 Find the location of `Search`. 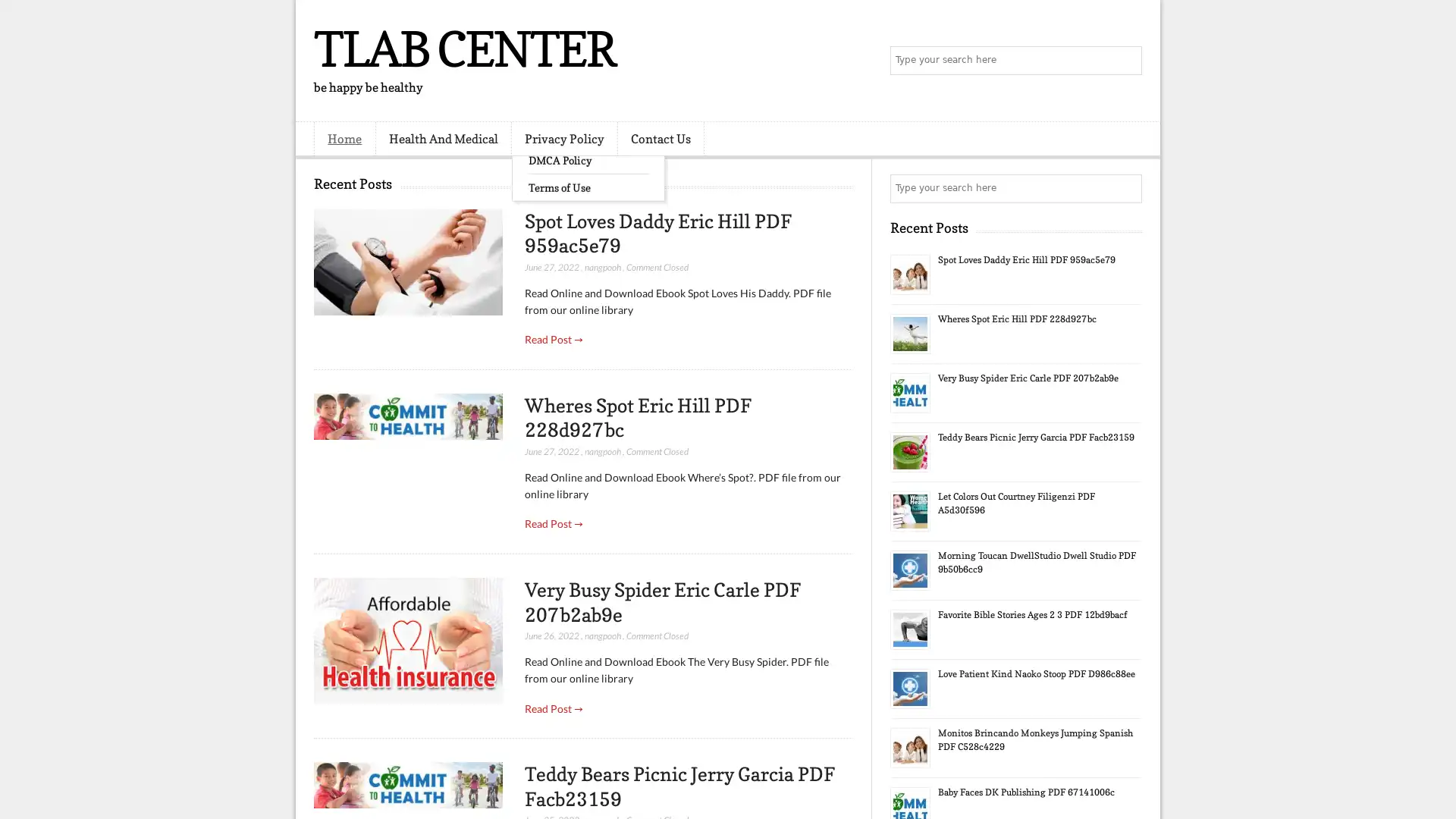

Search is located at coordinates (1126, 61).